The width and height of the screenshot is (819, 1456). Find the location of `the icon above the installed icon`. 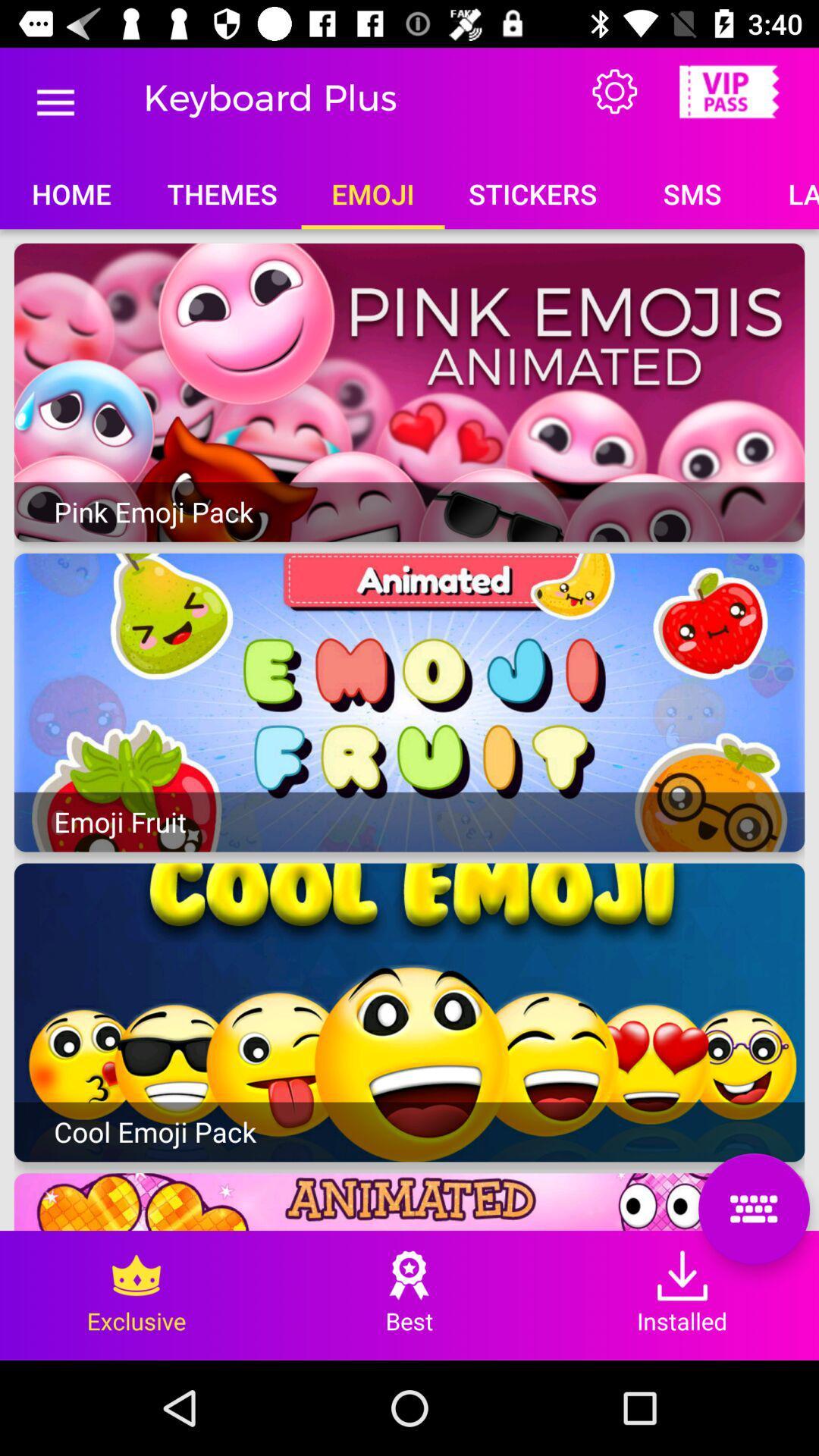

the icon above the installed icon is located at coordinates (754, 1208).